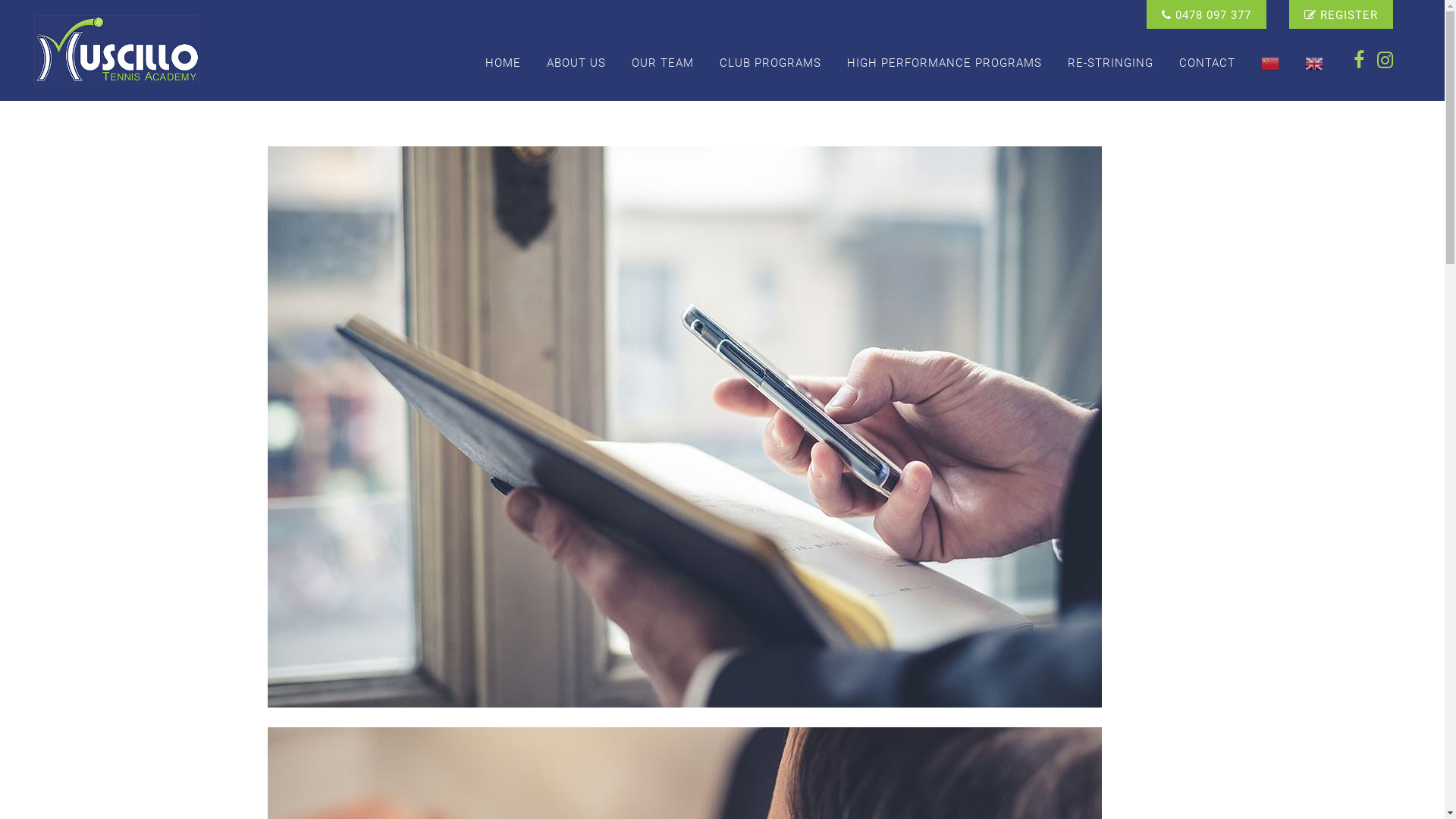  Describe the element at coordinates (770, 62) in the screenshot. I see `'CLUB PROGRAMS'` at that location.